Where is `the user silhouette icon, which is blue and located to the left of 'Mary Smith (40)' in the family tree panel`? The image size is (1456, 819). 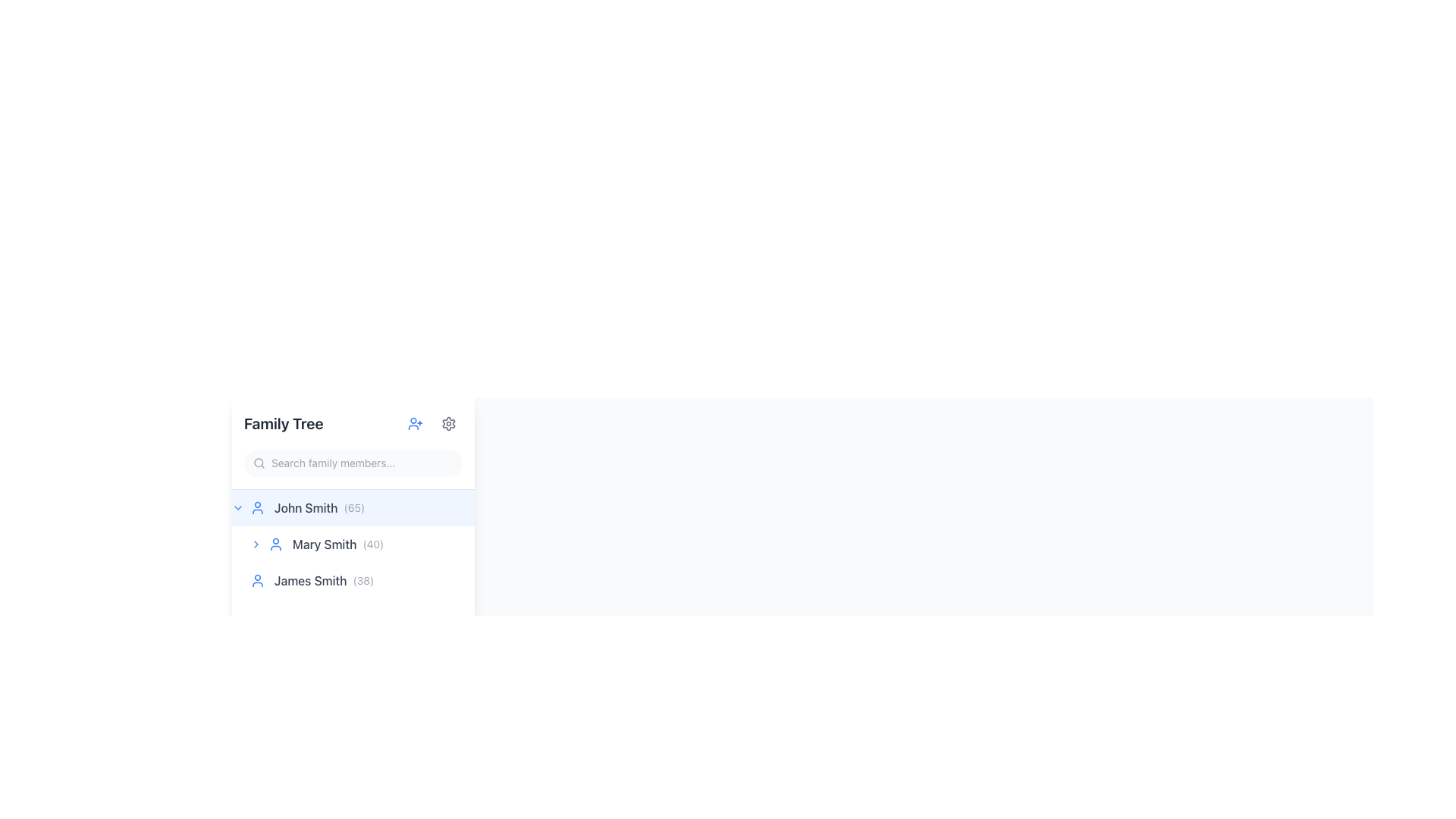
the user silhouette icon, which is blue and located to the left of 'Mary Smith (40)' in the family tree panel is located at coordinates (276, 543).